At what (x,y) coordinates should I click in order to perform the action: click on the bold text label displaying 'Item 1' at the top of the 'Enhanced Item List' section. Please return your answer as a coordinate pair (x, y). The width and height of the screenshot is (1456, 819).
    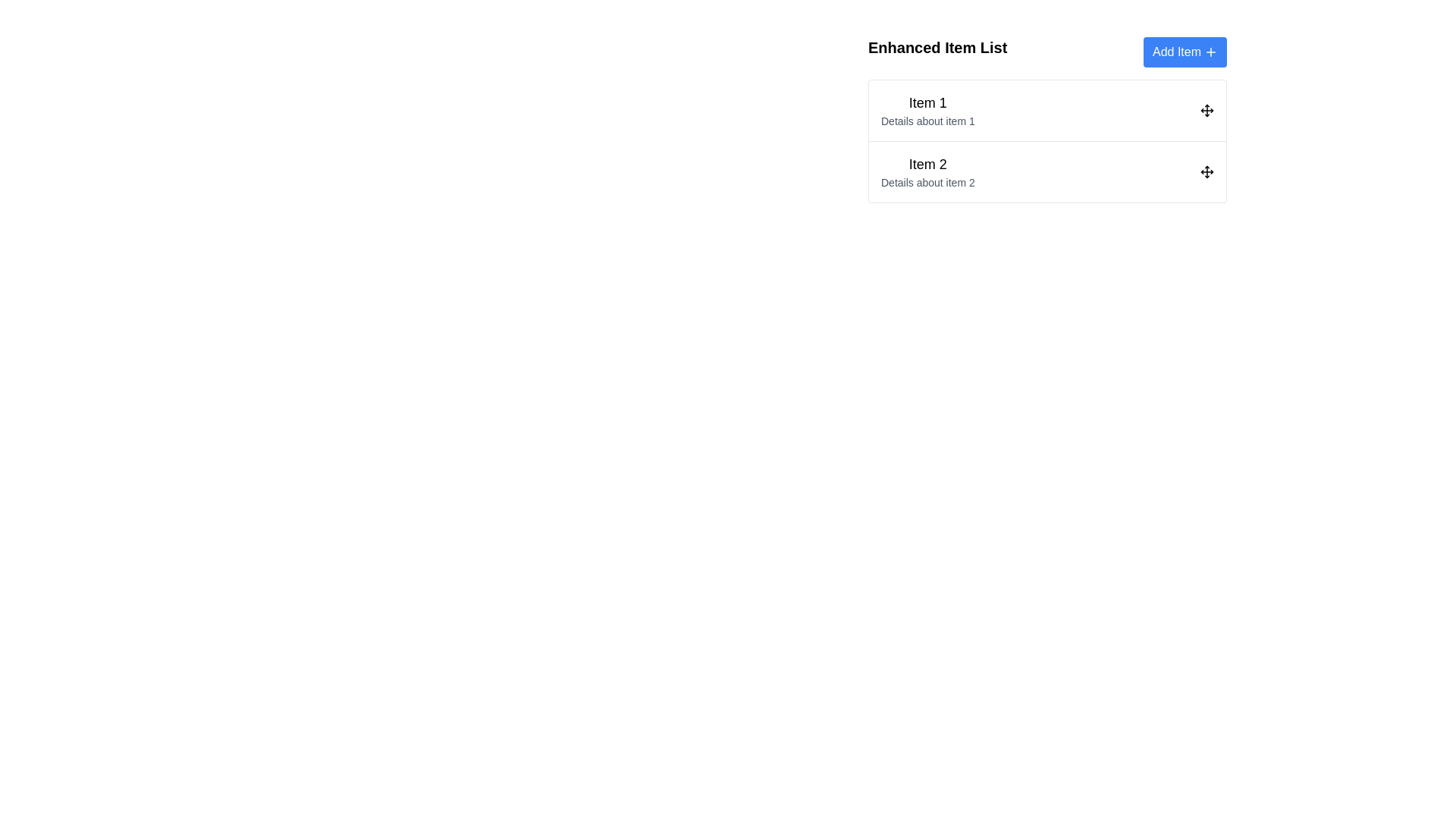
    Looking at the image, I should click on (927, 102).